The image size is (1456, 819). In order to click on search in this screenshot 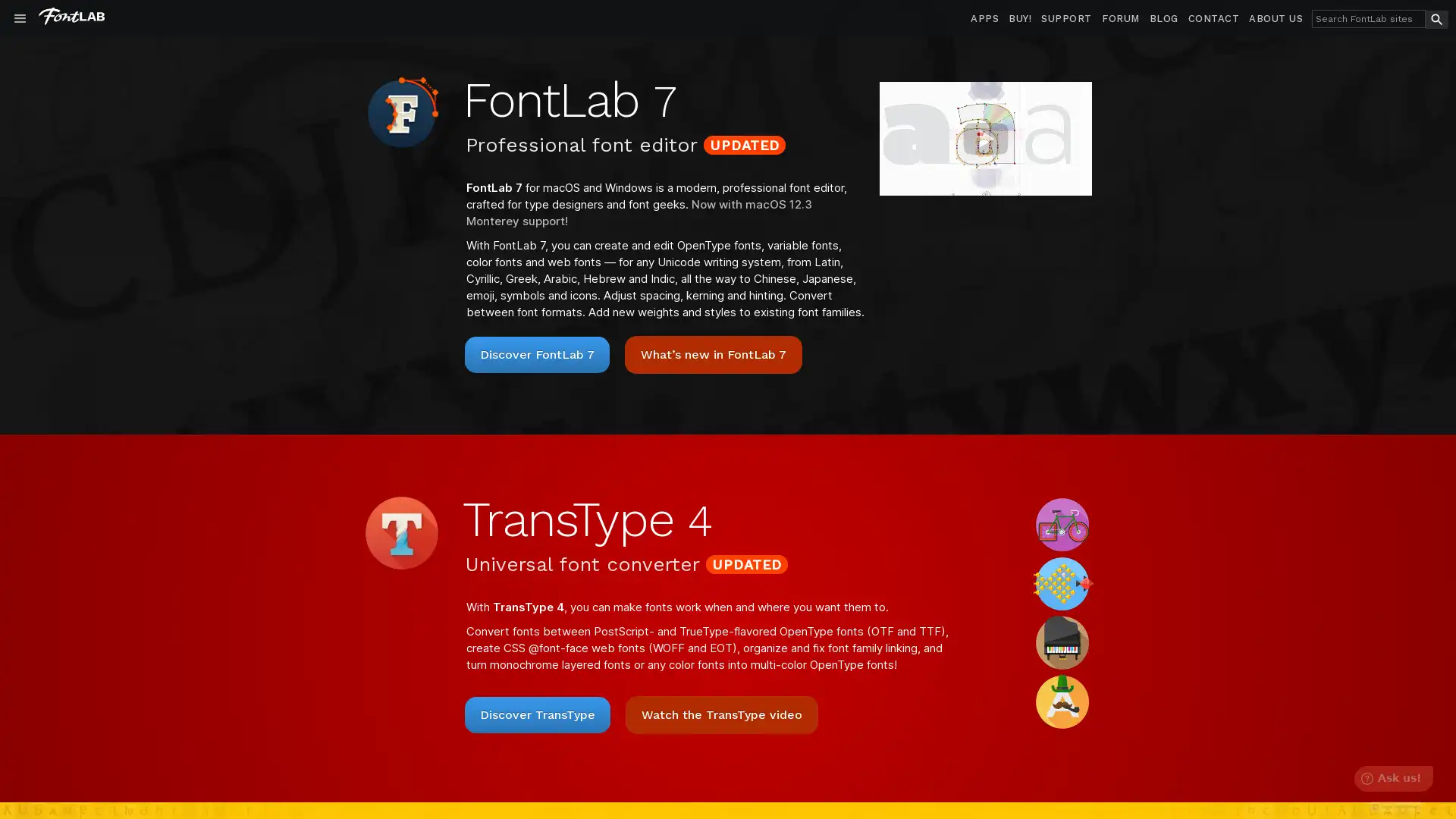, I will do `click(1436, 20)`.